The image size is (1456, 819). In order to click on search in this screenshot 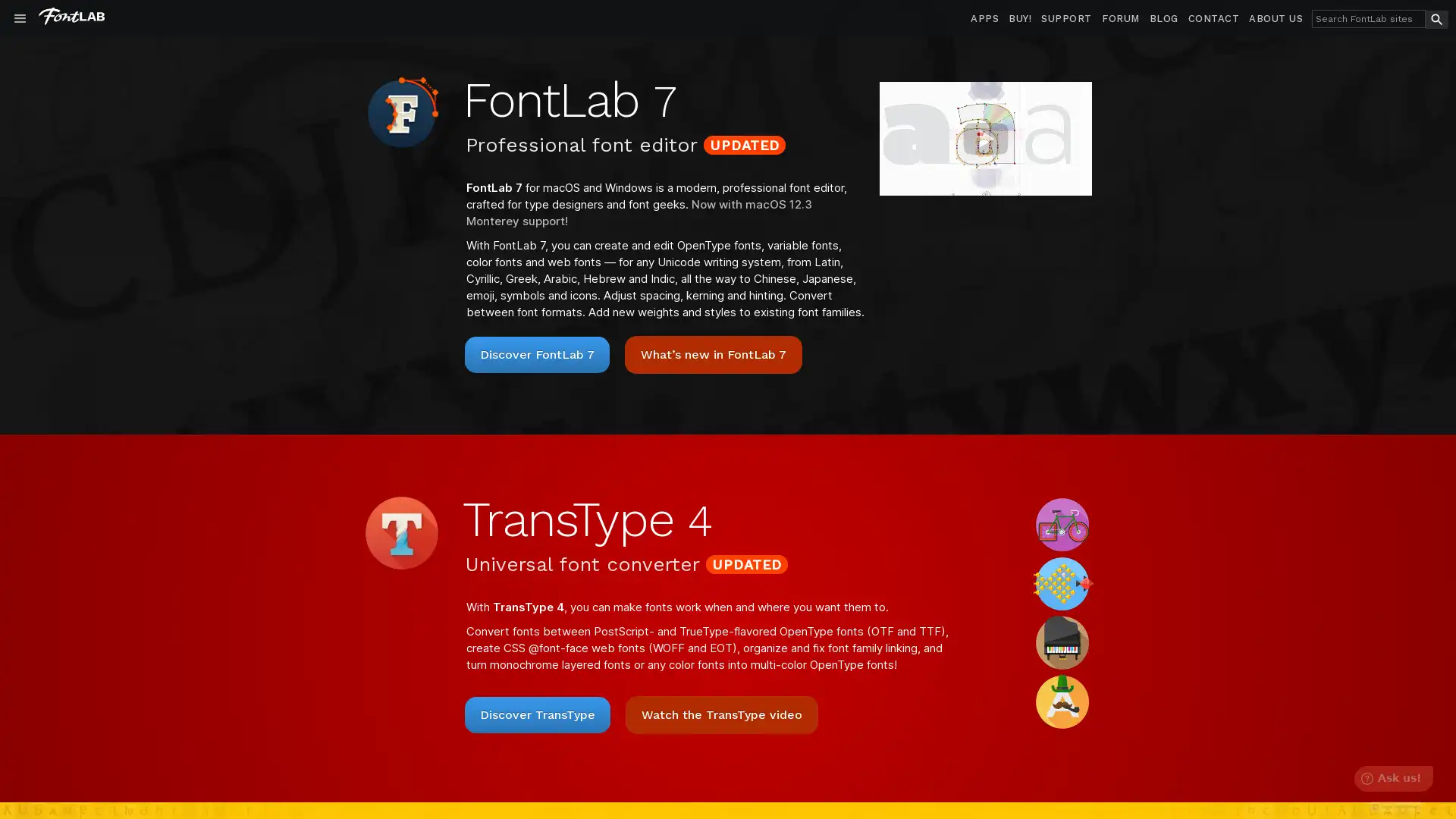, I will do `click(1436, 20)`.